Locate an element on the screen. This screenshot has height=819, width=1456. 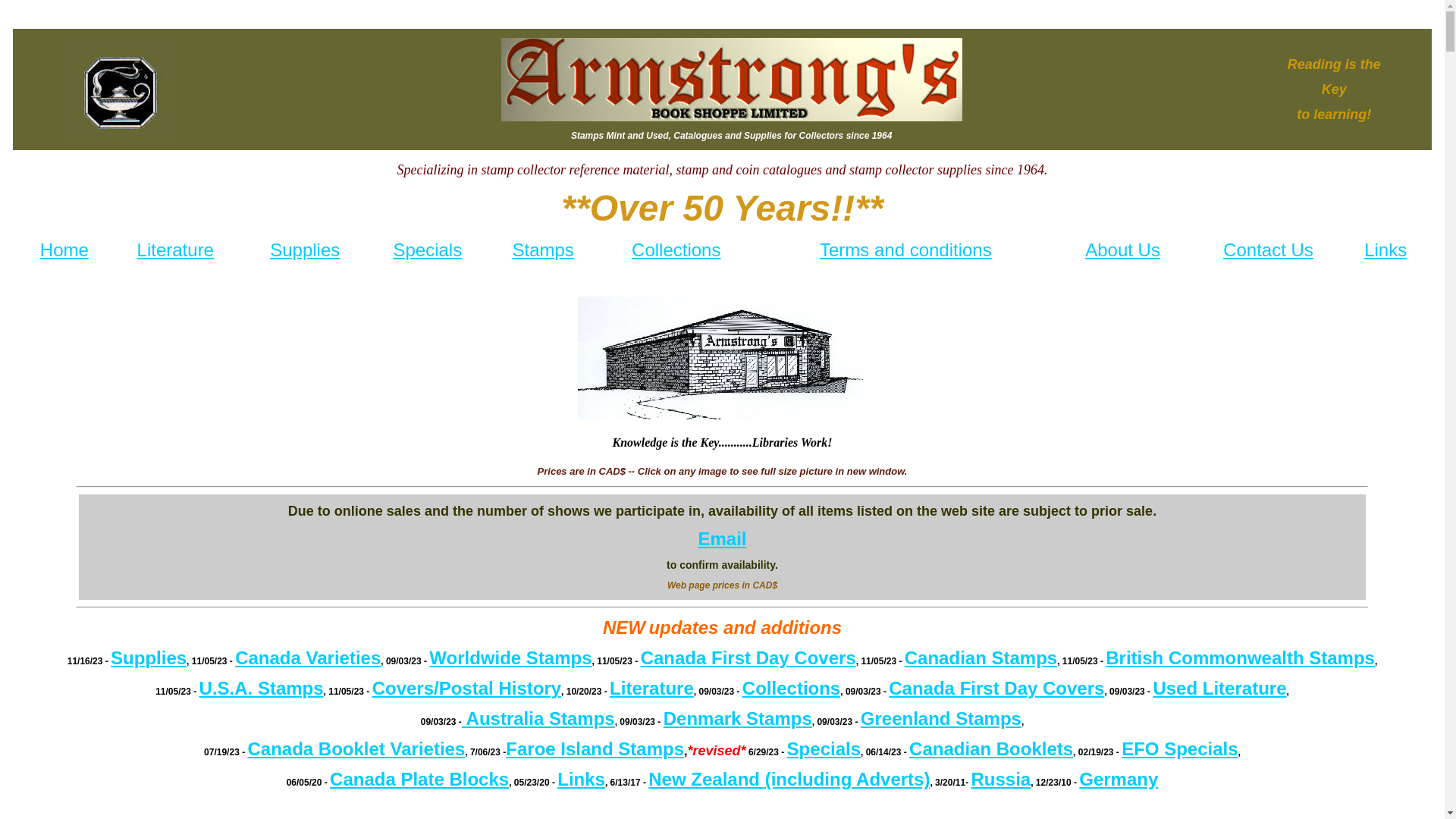
'Germany' is located at coordinates (1118, 779).